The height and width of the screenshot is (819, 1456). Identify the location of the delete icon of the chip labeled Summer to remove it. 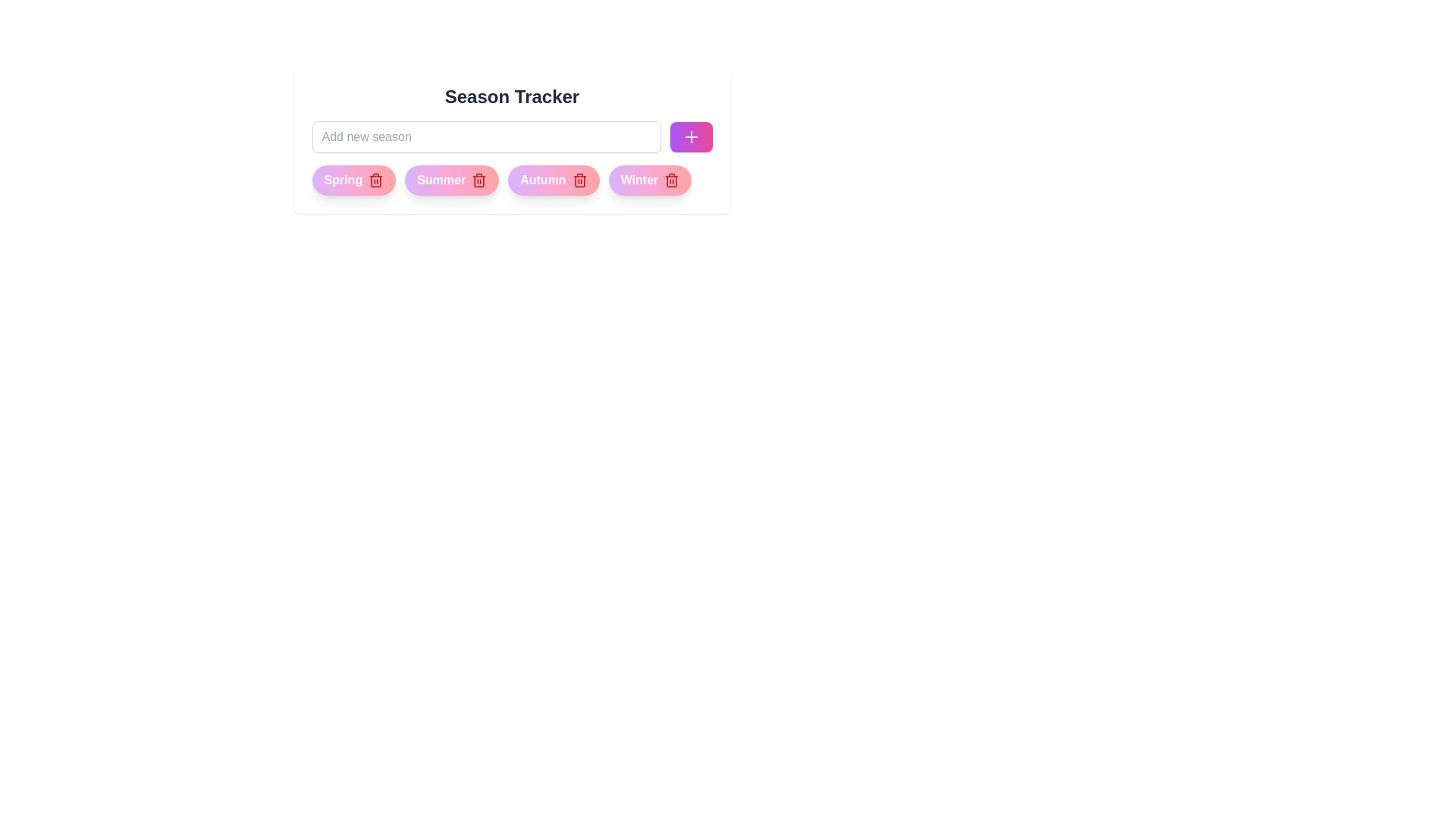
(479, 180).